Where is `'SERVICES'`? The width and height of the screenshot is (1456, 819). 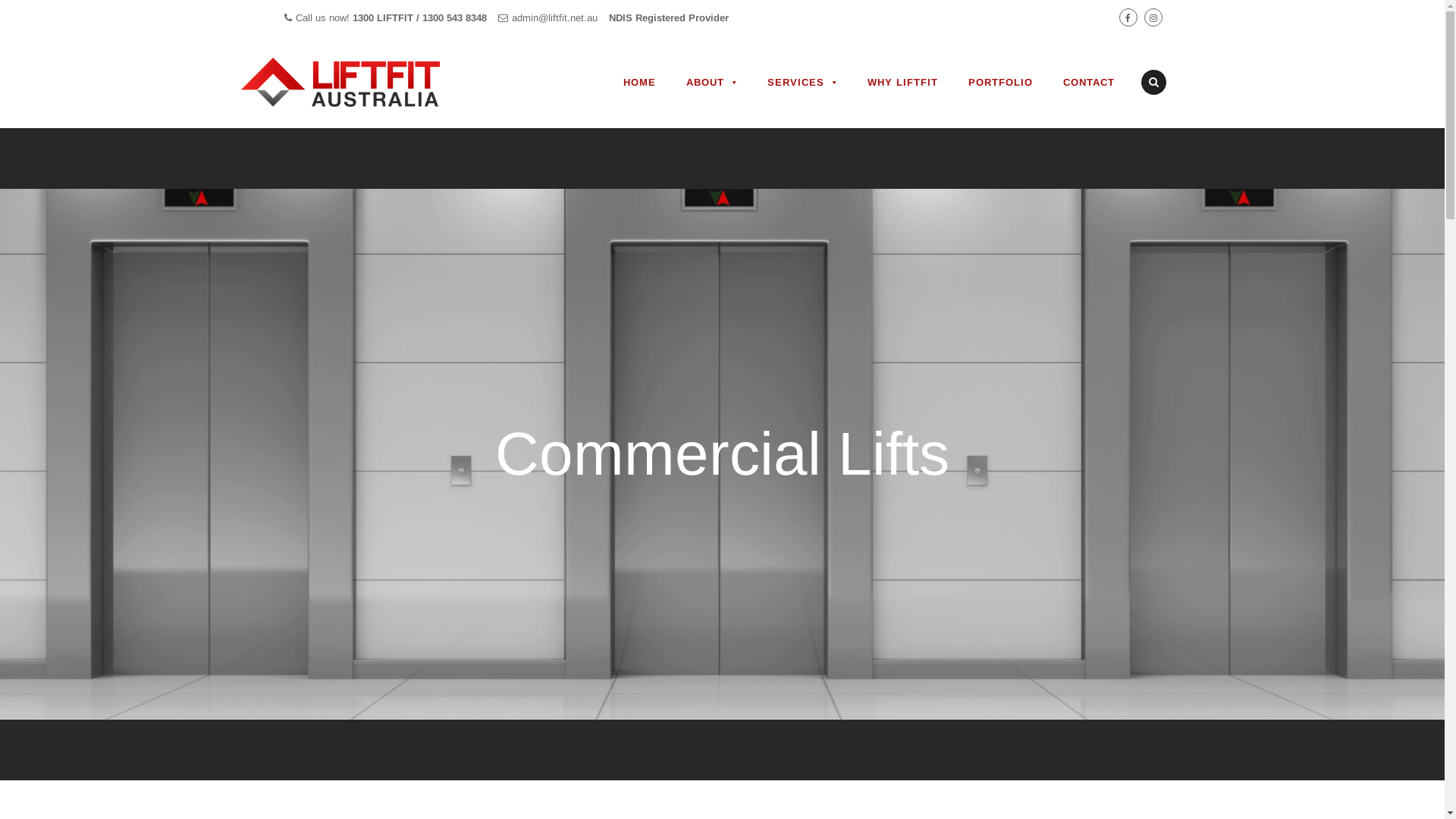
'SERVICES' is located at coordinates (801, 82).